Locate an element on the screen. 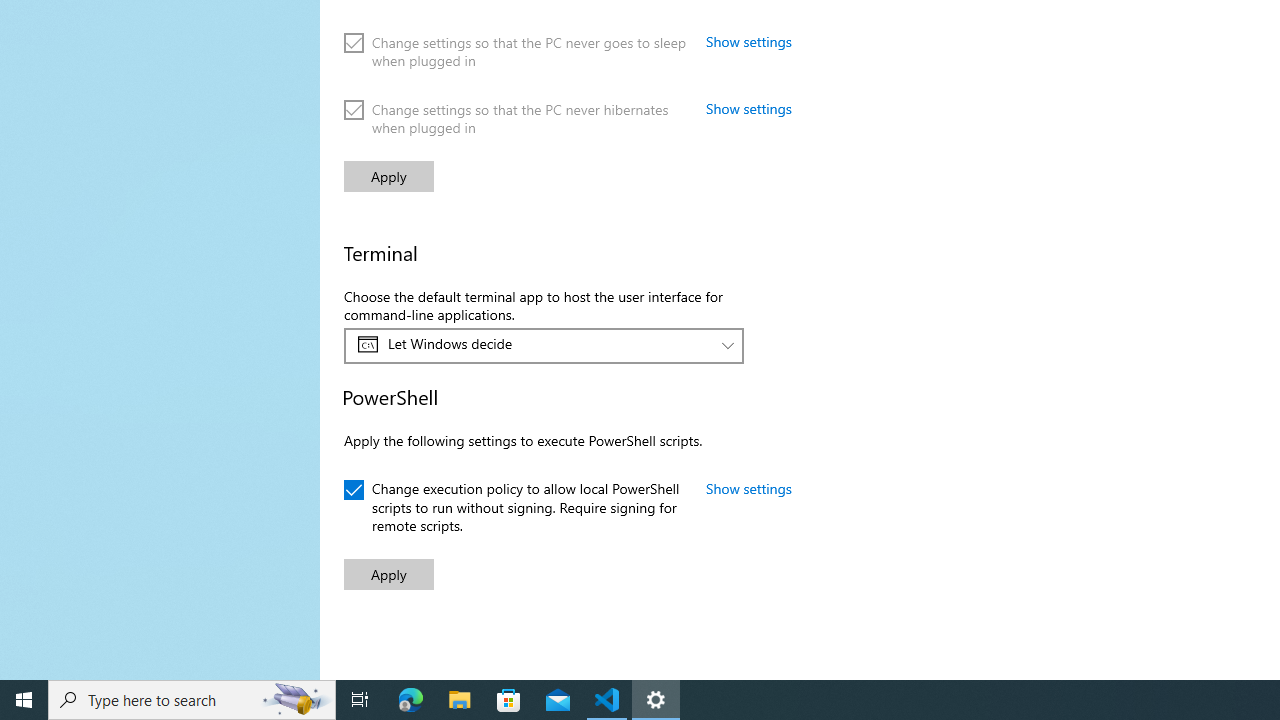  'Settings - 1 running window' is located at coordinates (656, 698).